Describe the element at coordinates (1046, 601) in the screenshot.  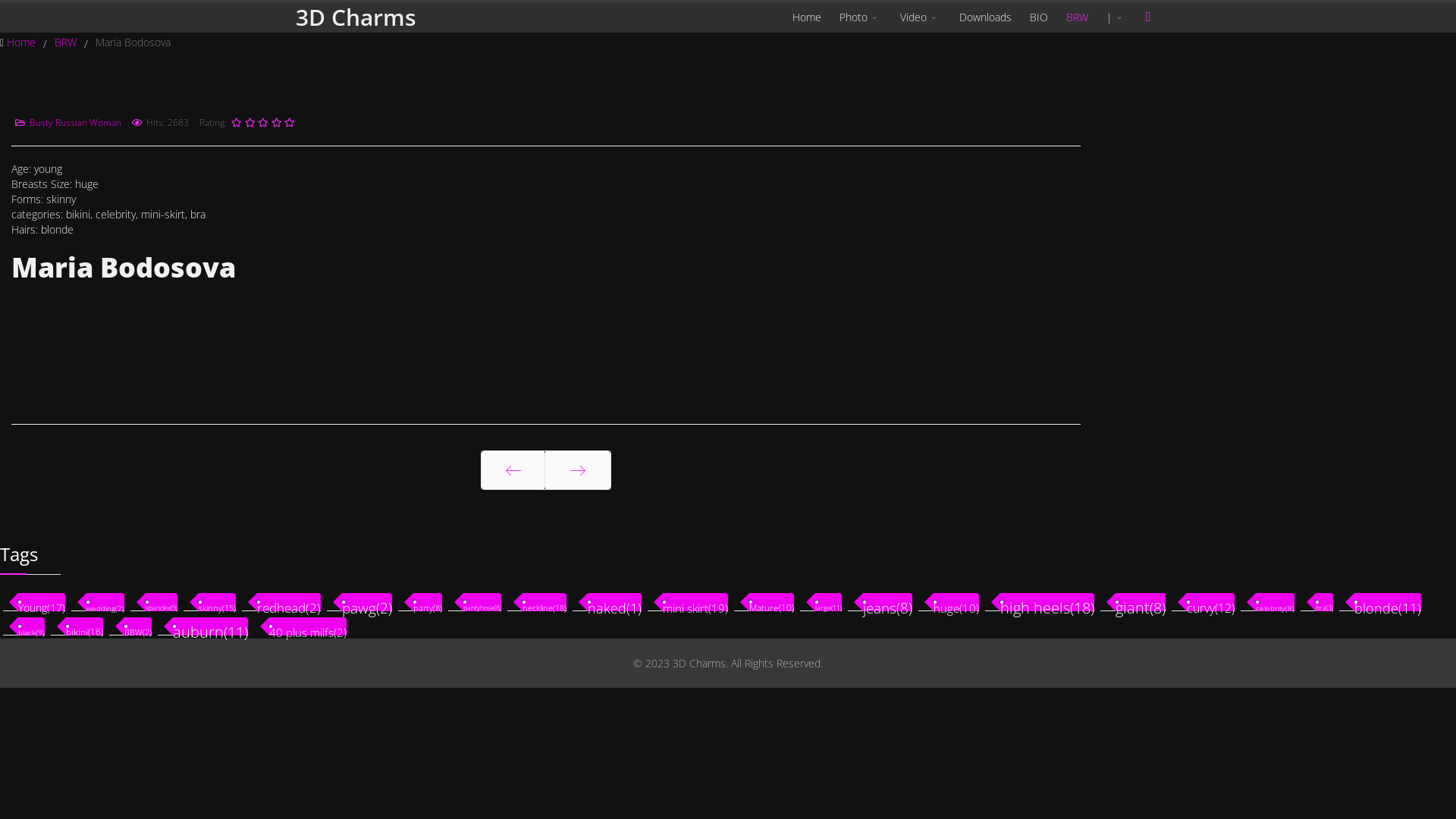
I see `'high heels(18)'` at that location.